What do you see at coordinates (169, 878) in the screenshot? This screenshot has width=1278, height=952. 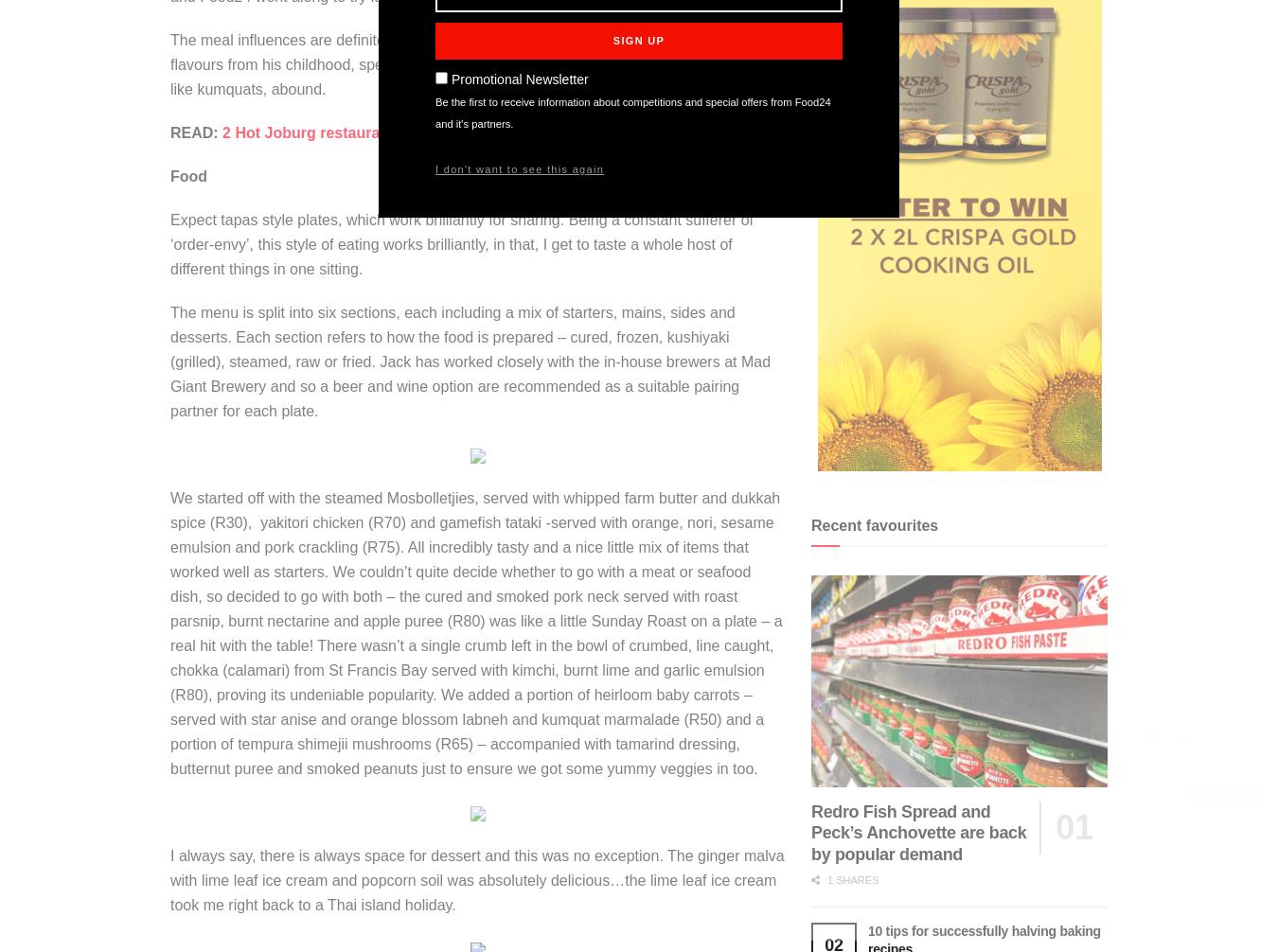 I see `'I always say, there is always space for dessert and this was no exception. The ginger malva with lime leaf ice cream and popcorn soil was absolutely delicious…the lime leaf ice cream took me right back to a Thai island holiday.'` at bounding box center [169, 878].